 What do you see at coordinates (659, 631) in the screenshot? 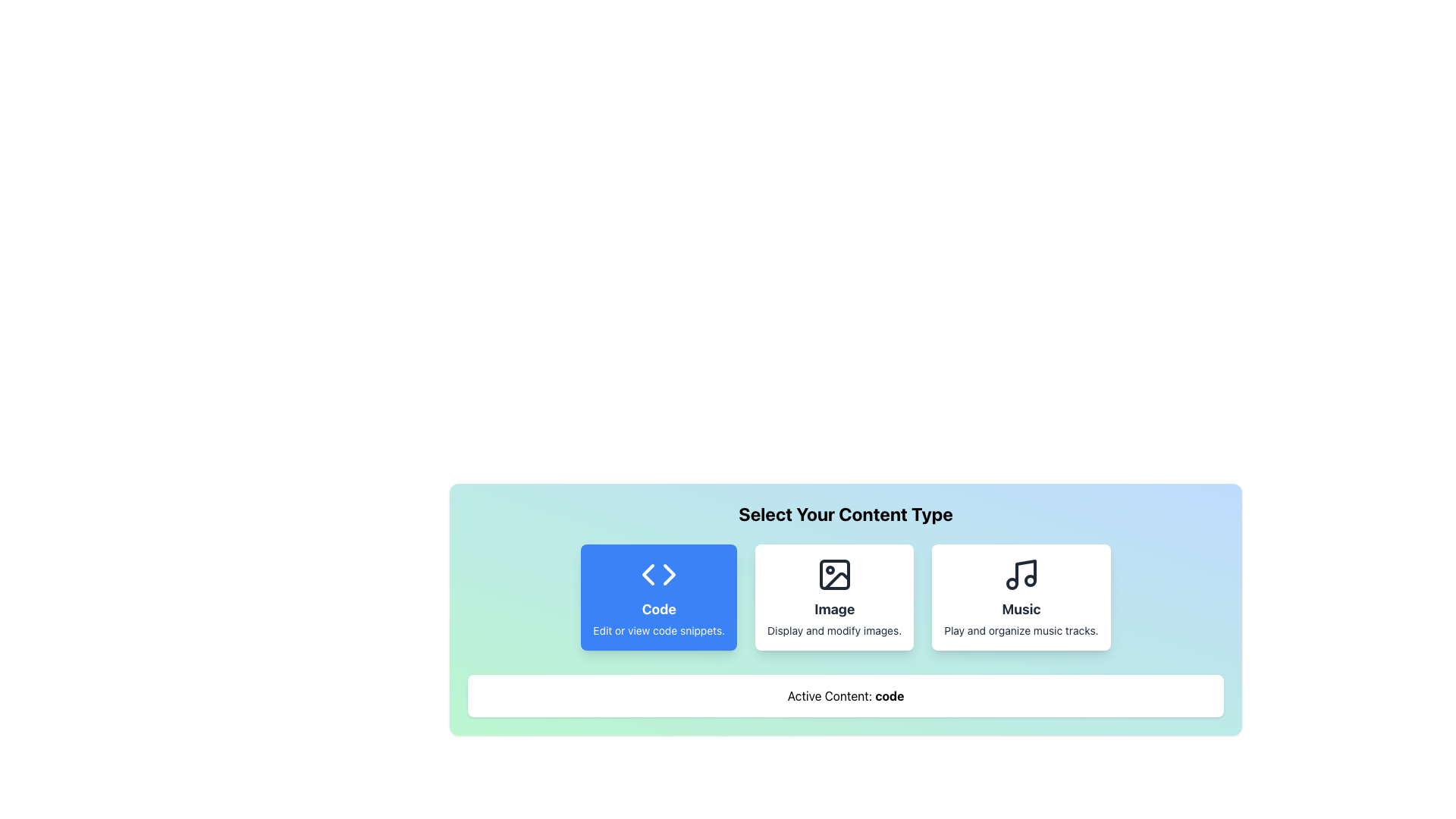
I see `the text element displaying 'Edit or view code snippets.' which is centered in a blue button below the bold 'Code' label` at bounding box center [659, 631].